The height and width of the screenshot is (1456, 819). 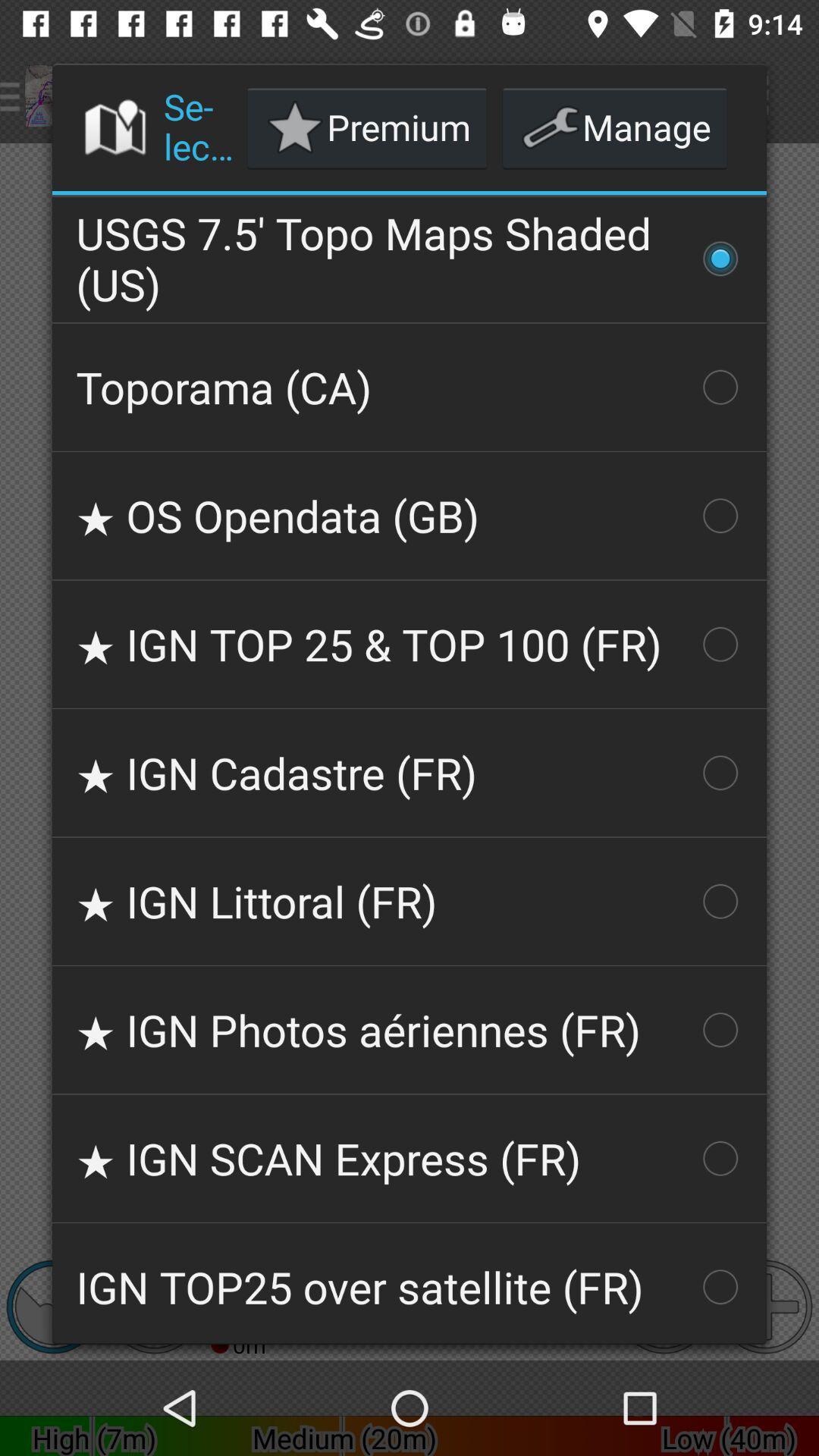 What do you see at coordinates (367, 127) in the screenshot?
I see `item to the right of the select a map icon` at bounding box center [367, 127].